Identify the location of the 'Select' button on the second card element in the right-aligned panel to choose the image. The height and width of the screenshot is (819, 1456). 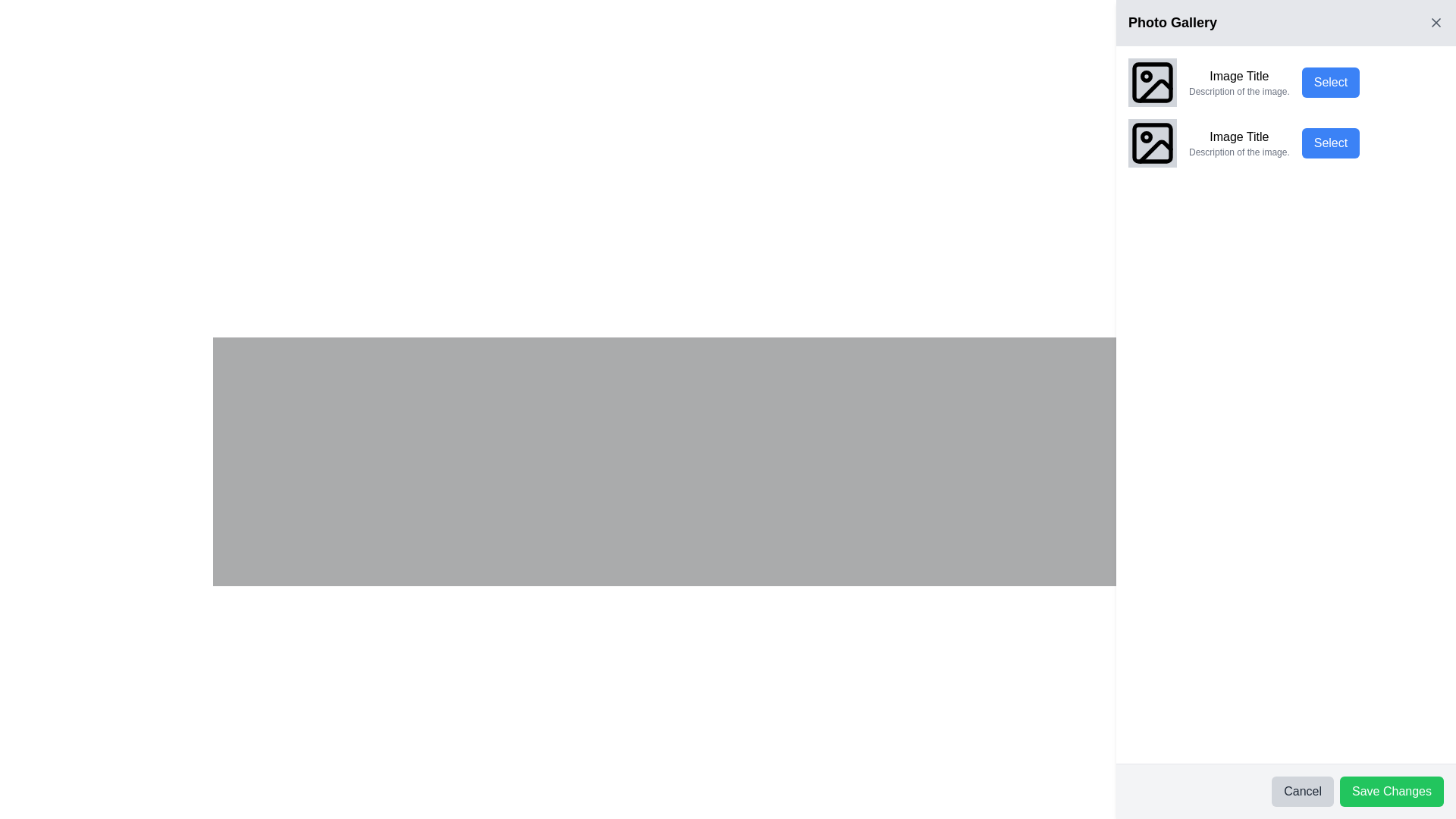
(1285, 143).